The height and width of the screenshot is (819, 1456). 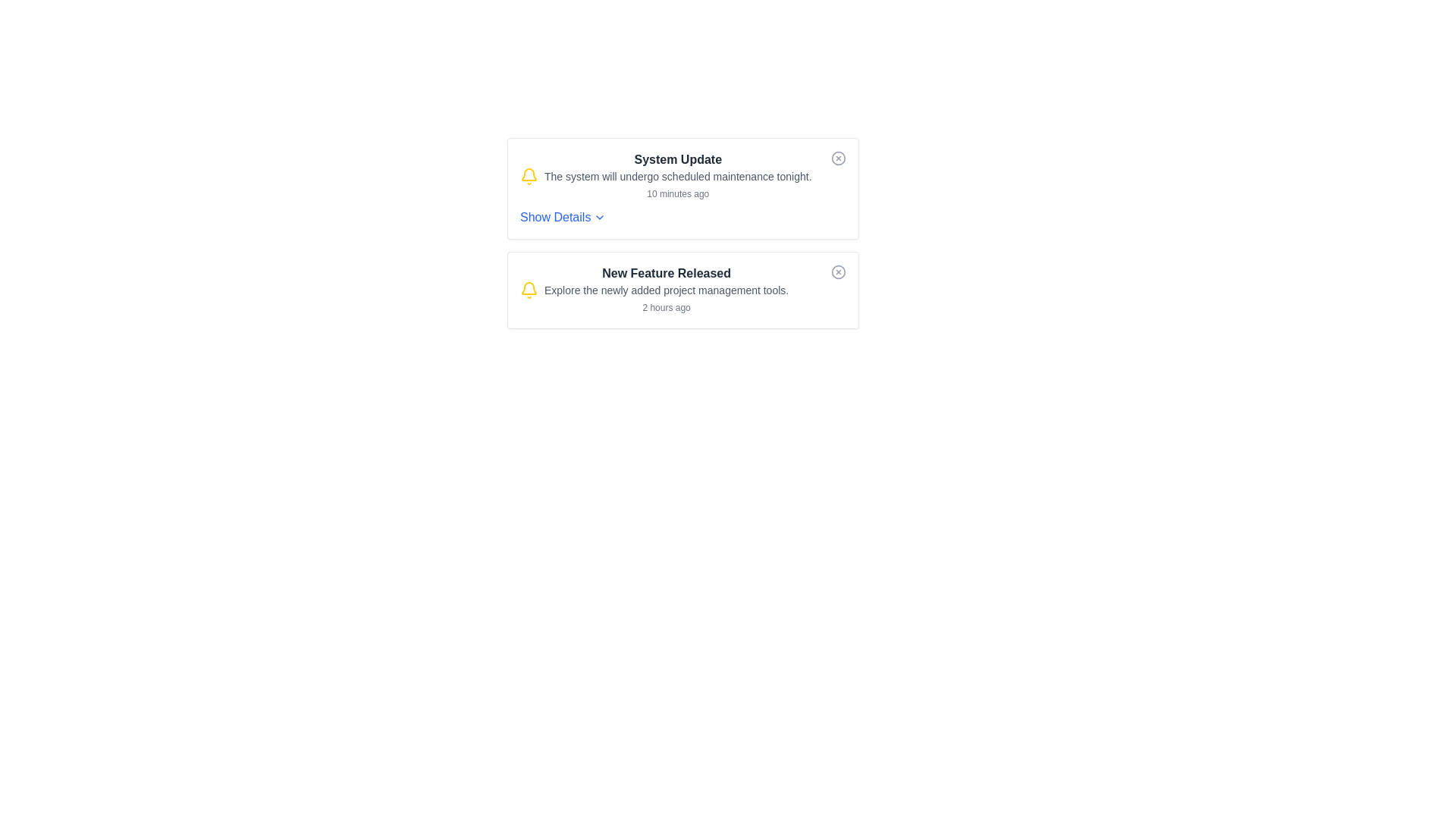 I want to click on the yellow bell icon representing notifications, located at the left edge of the 'System Update' notification card, for status indication, so click(x=529, y=175).